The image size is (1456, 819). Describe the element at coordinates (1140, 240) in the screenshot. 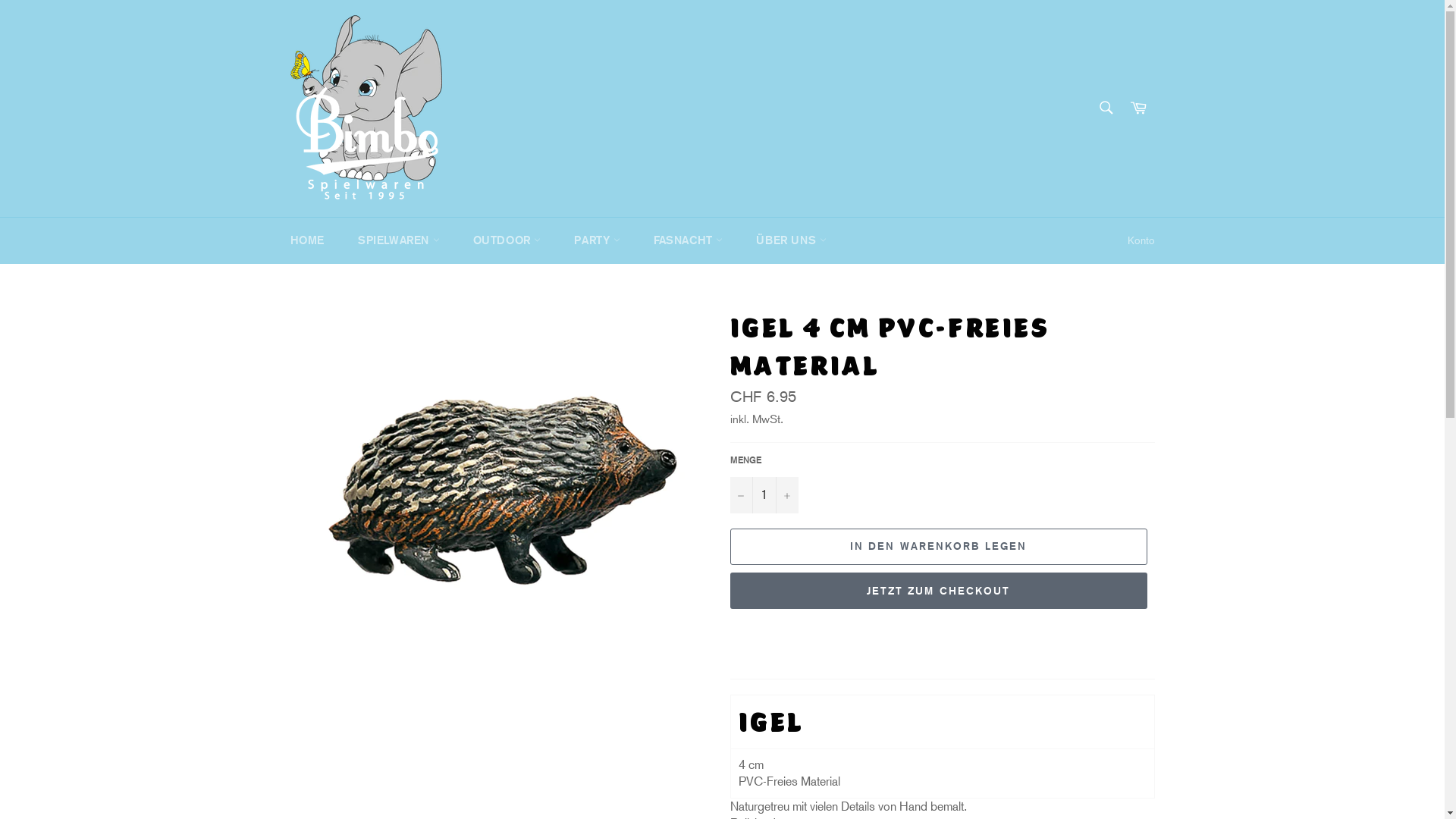

I see `'Konto'` at that location.